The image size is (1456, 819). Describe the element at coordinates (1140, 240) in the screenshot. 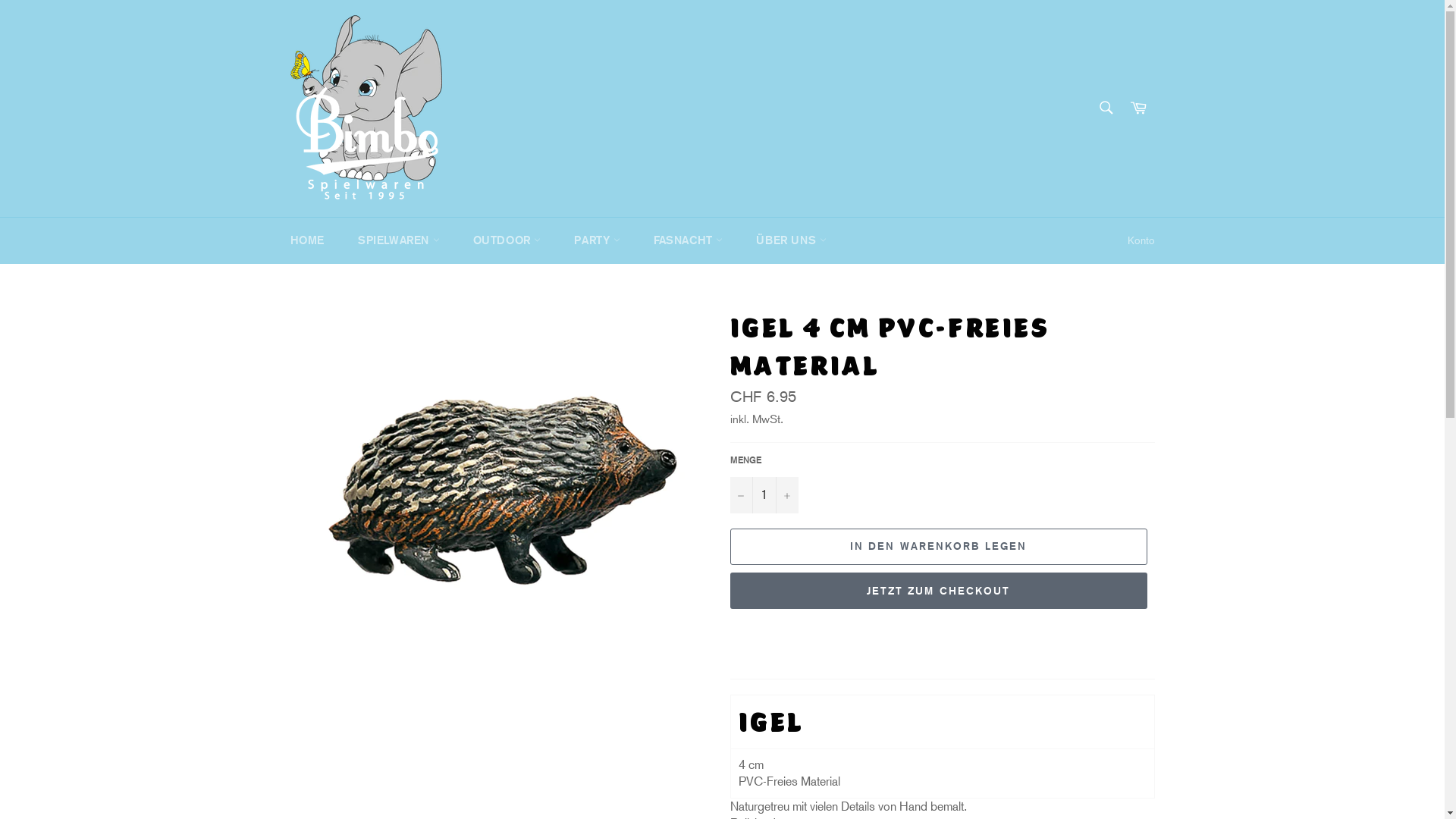

I see `'Konto'` at that location.